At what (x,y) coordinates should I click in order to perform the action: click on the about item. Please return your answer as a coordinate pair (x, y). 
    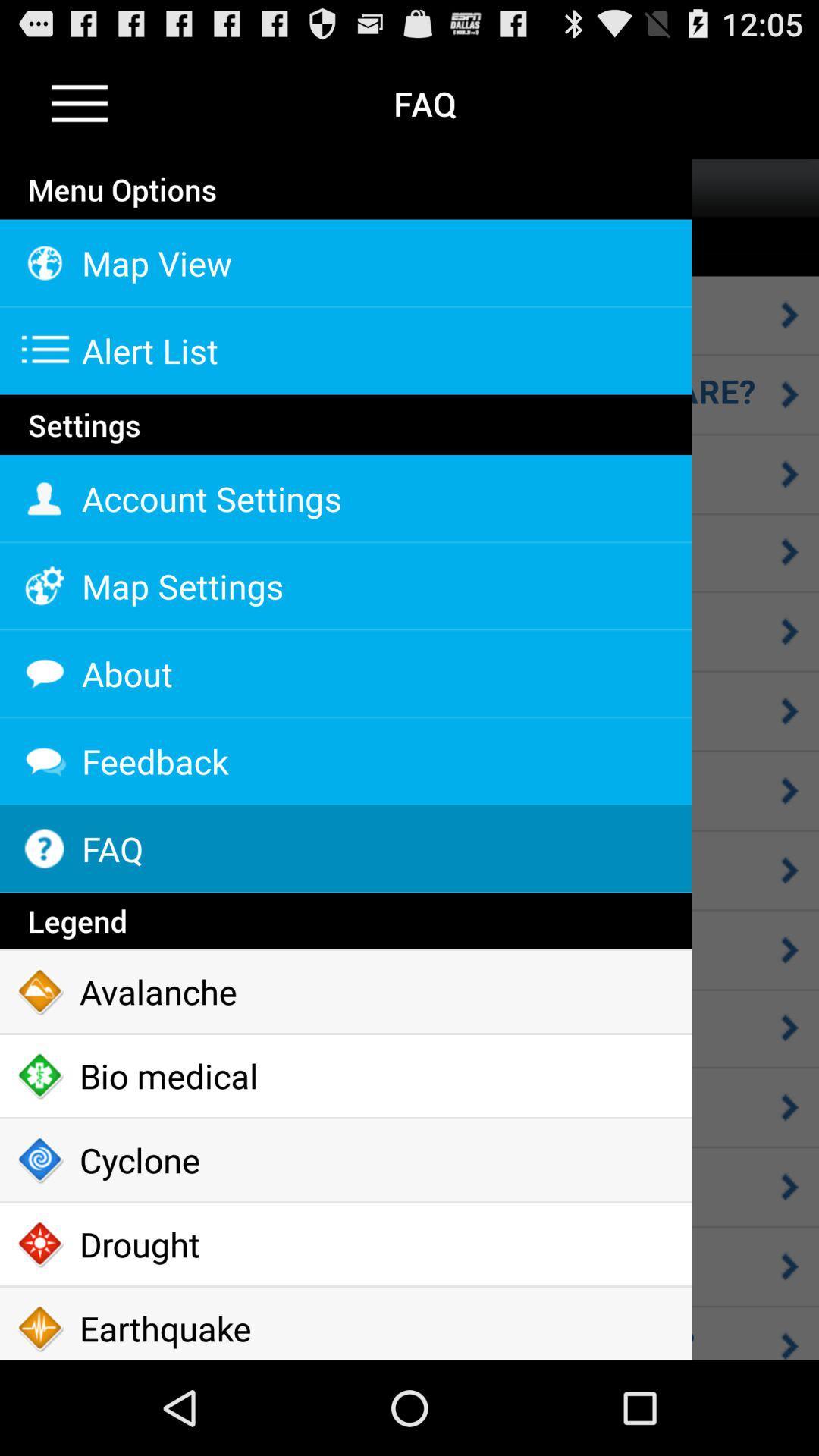
    Looking at the image, I should click on (345, 673).